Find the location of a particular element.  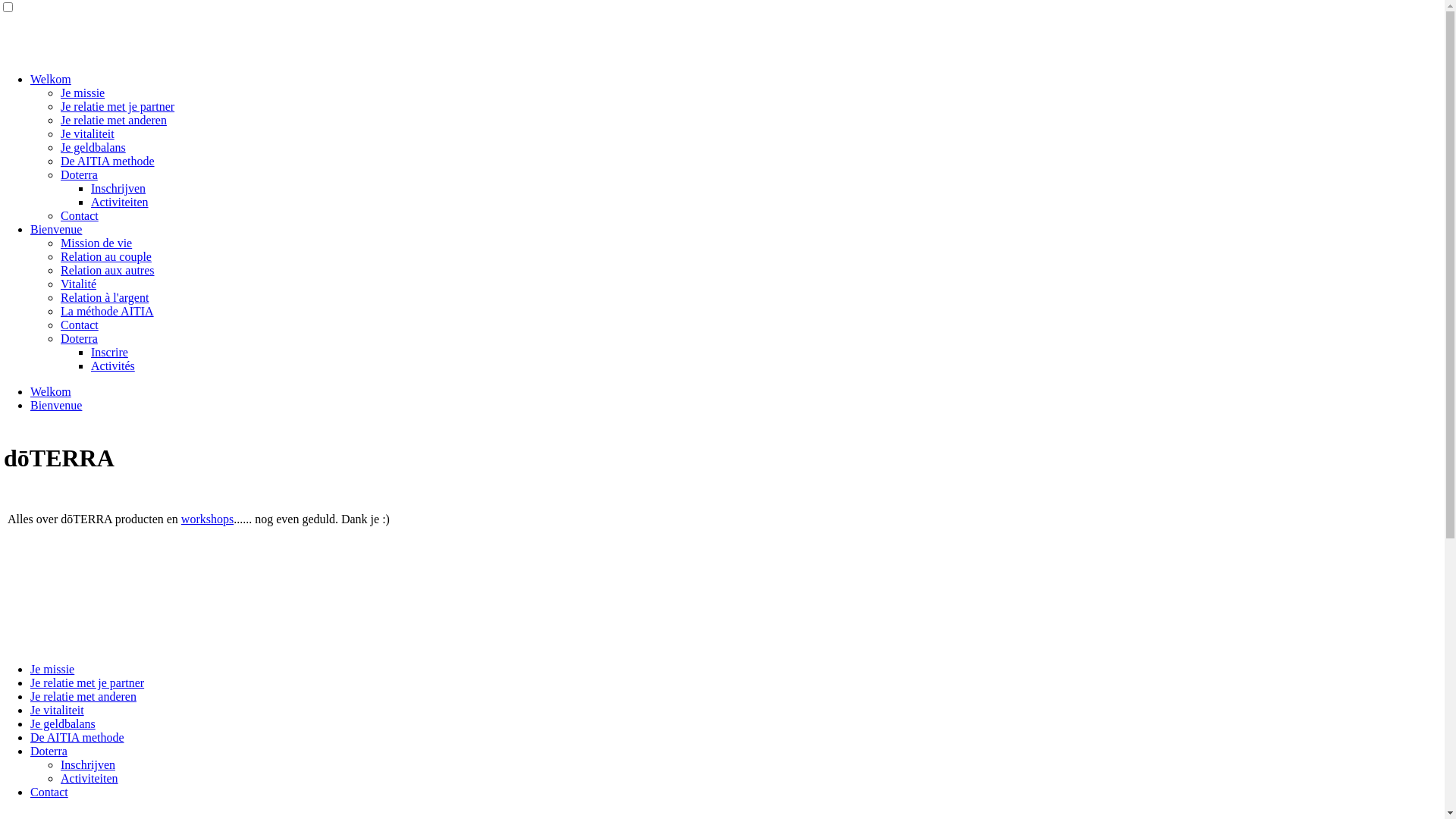

'Relation aux autres' is located at coordinates (107, 269).